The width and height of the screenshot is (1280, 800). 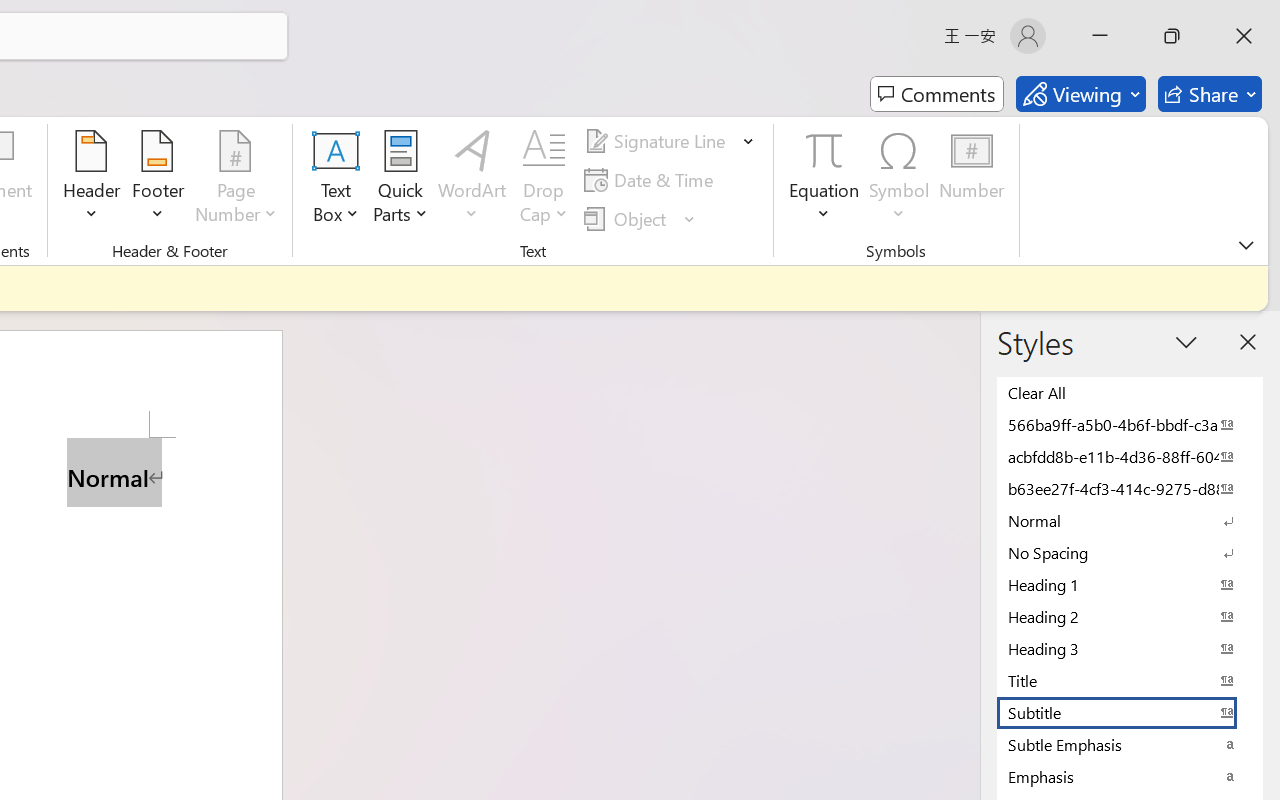 I want to click on 'Heading 3', so click(x=1130, y=647).